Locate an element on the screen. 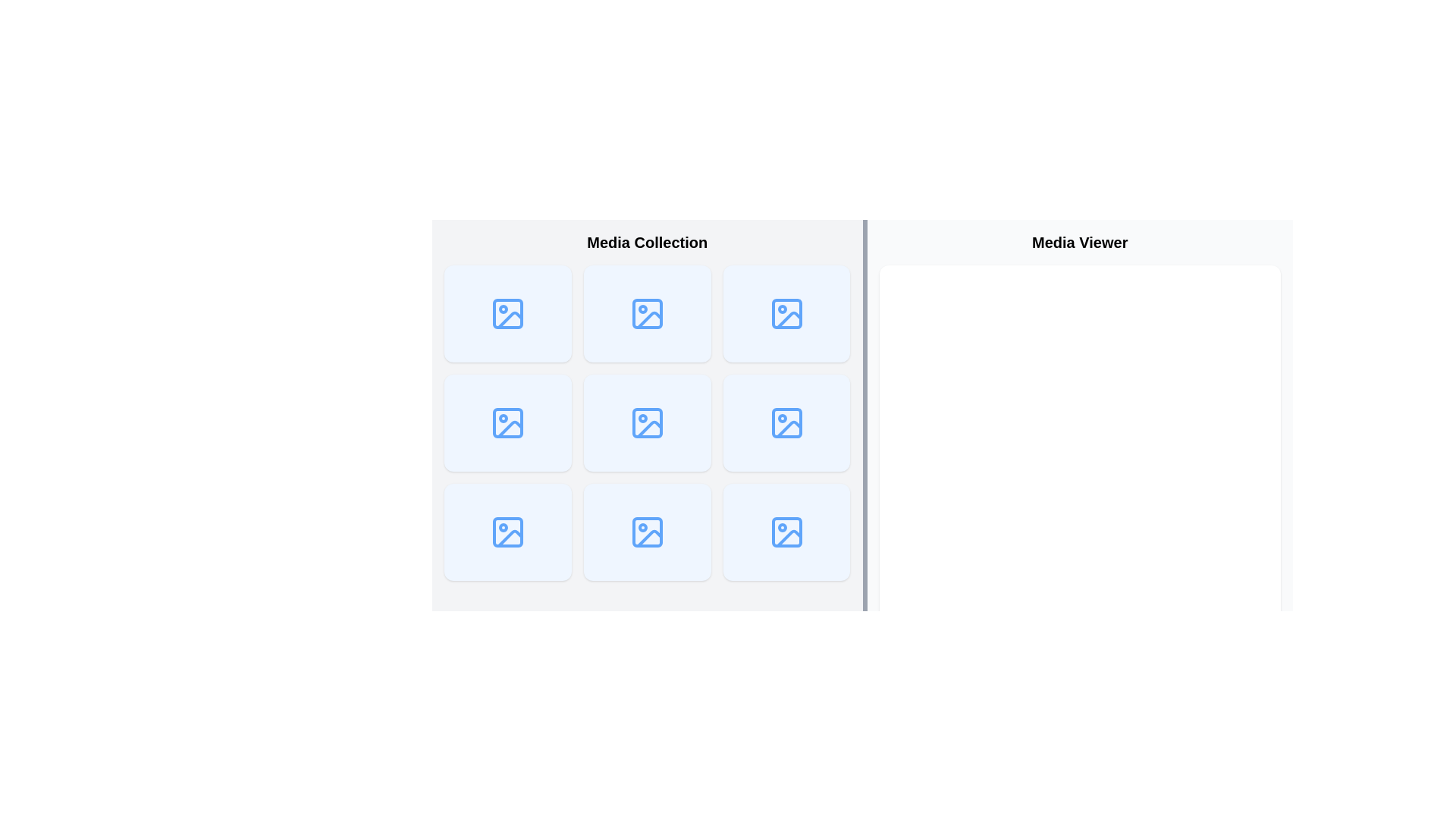  the Icon or Image Placeholder with a blue border and light blue background, featuring a mountain and sun/moon icon is located at coordinates (647, 423).